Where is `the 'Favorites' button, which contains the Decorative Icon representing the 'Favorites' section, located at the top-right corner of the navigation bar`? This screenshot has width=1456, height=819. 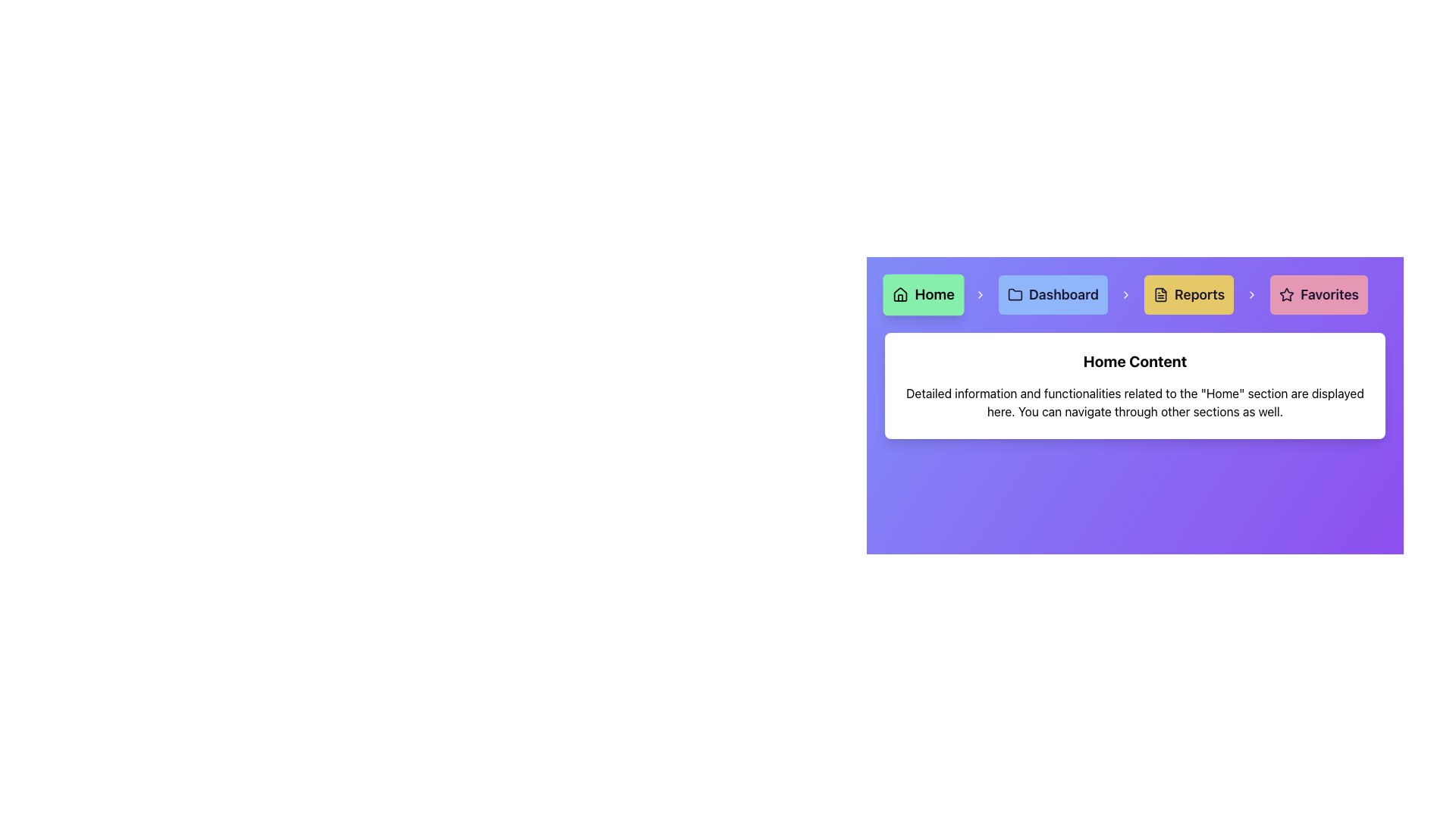 the 'Favorites' button, which contains the Decorative Icon representing the 'Favorites' section, located at the top-right corner of the navigation bar is located at coordinates (1286, 295).